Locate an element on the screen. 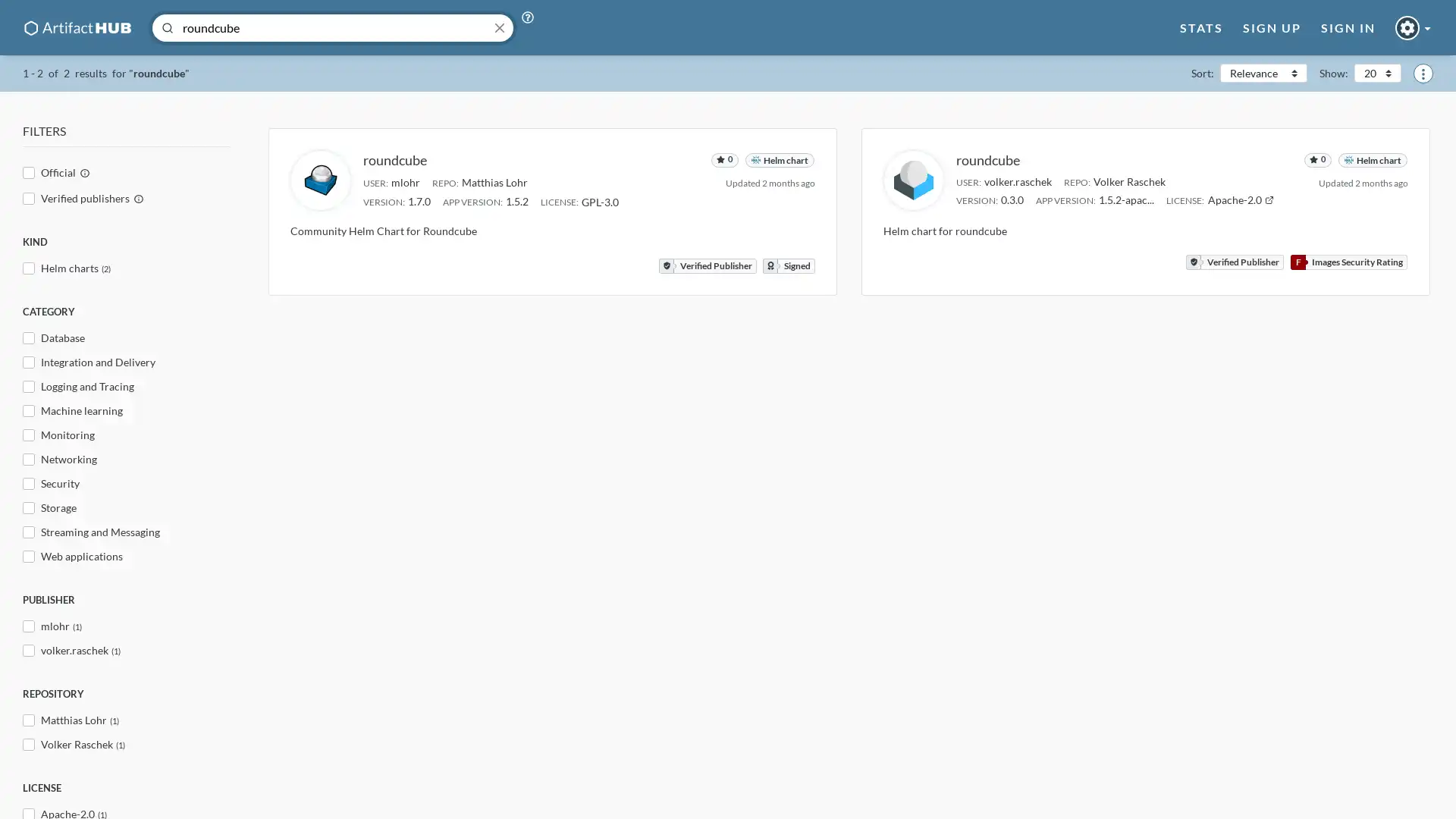 The image size is (1456, 819). Open Apache-2.0 documentation is located at coordinates (1241, 199).